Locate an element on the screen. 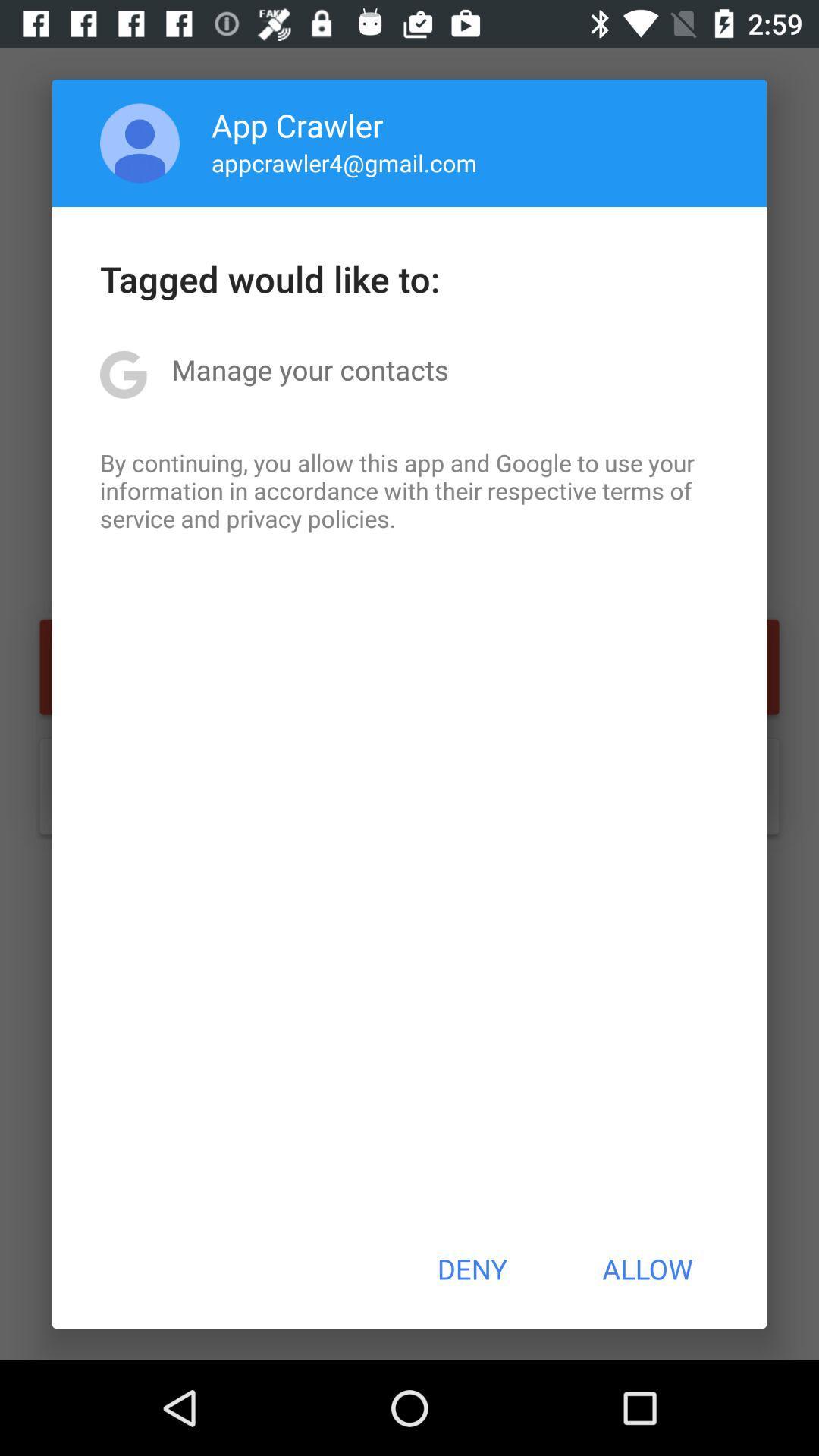  the app crawler is located at coordinates (297, 124).